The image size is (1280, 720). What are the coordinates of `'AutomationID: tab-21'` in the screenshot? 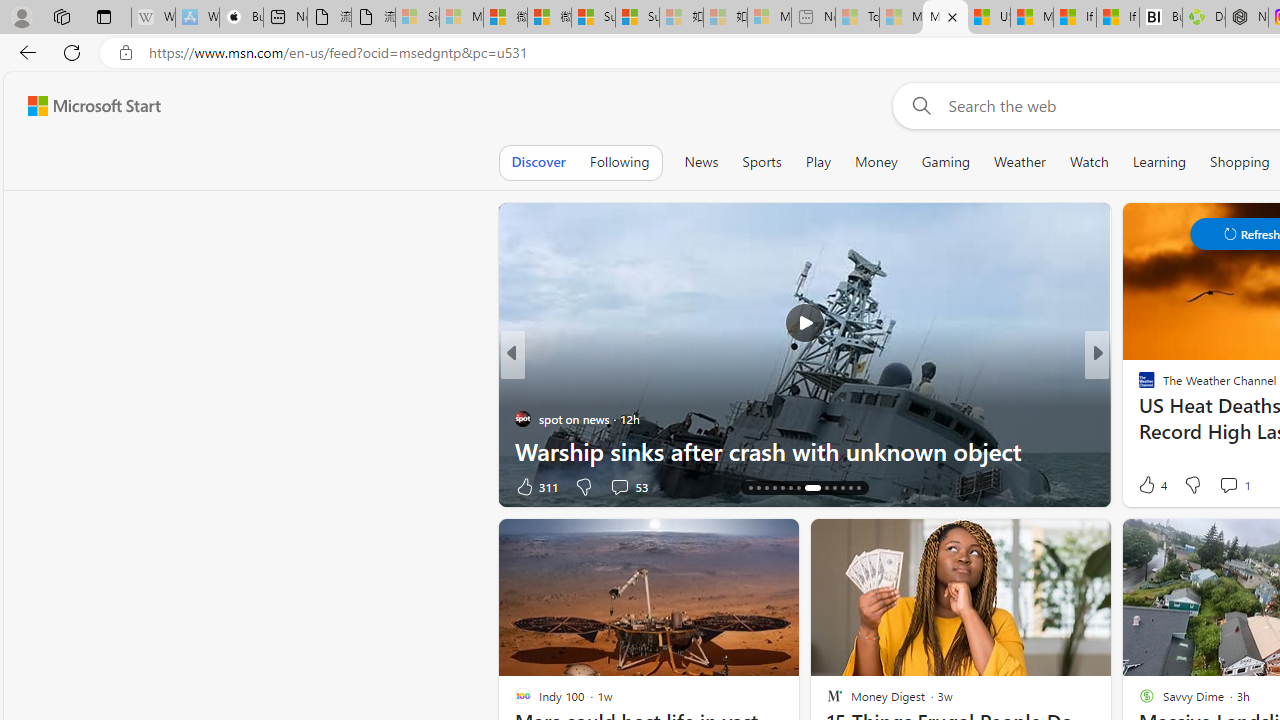 It's located at (812, 488).